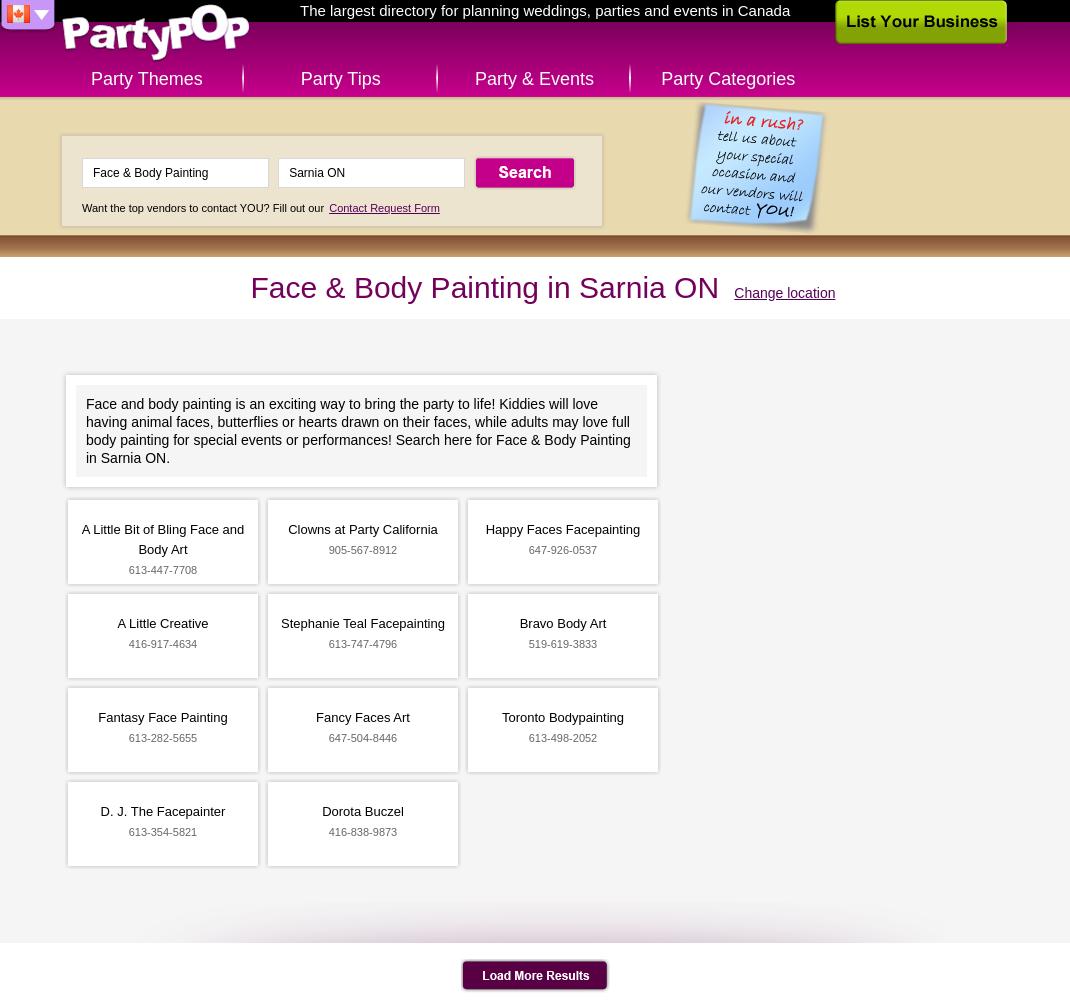  Describe the element at coordinates (783, 293) in the screenshot. I see `'Change location'` at that location.